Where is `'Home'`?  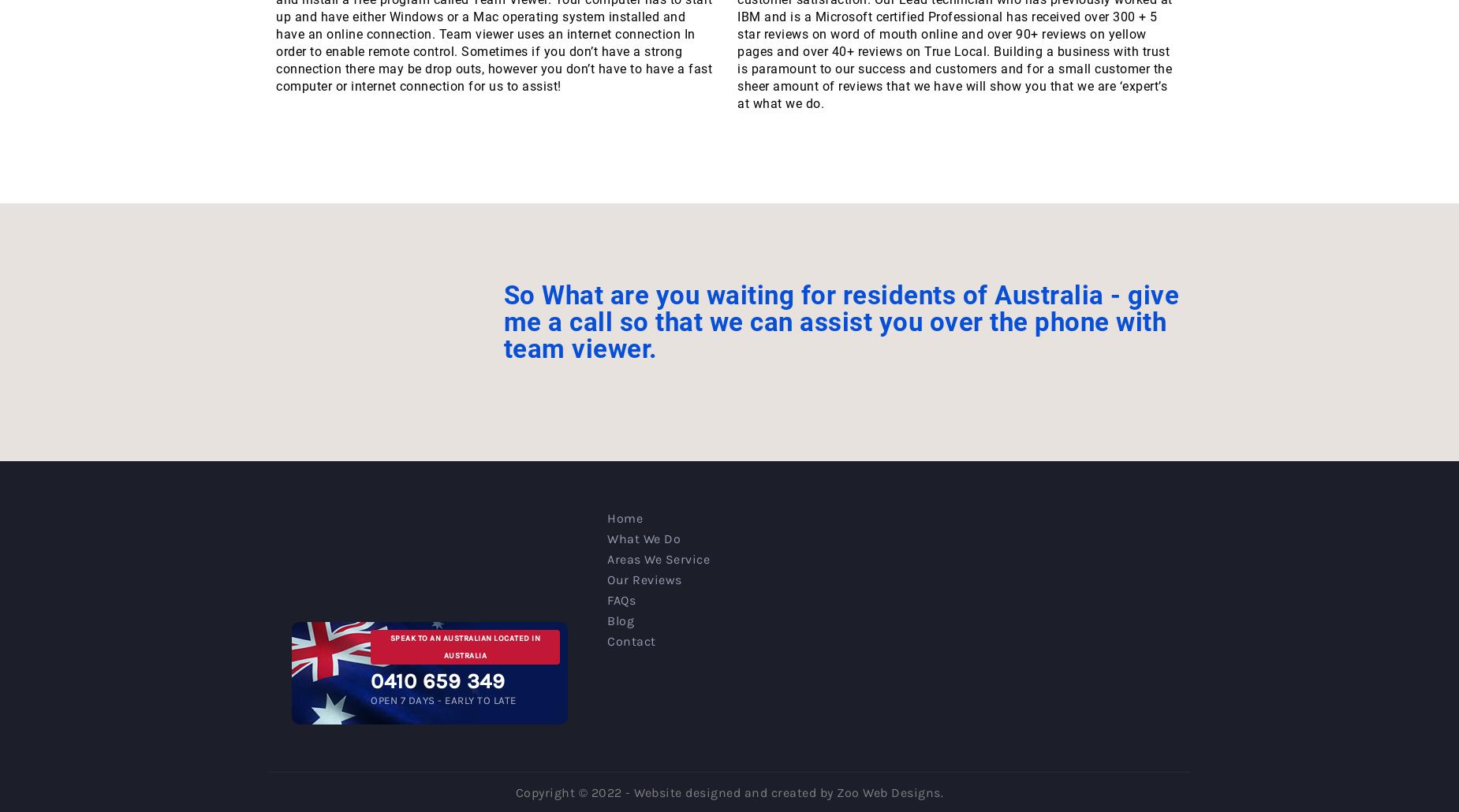 'Home' is located at coordinates (606, 516).